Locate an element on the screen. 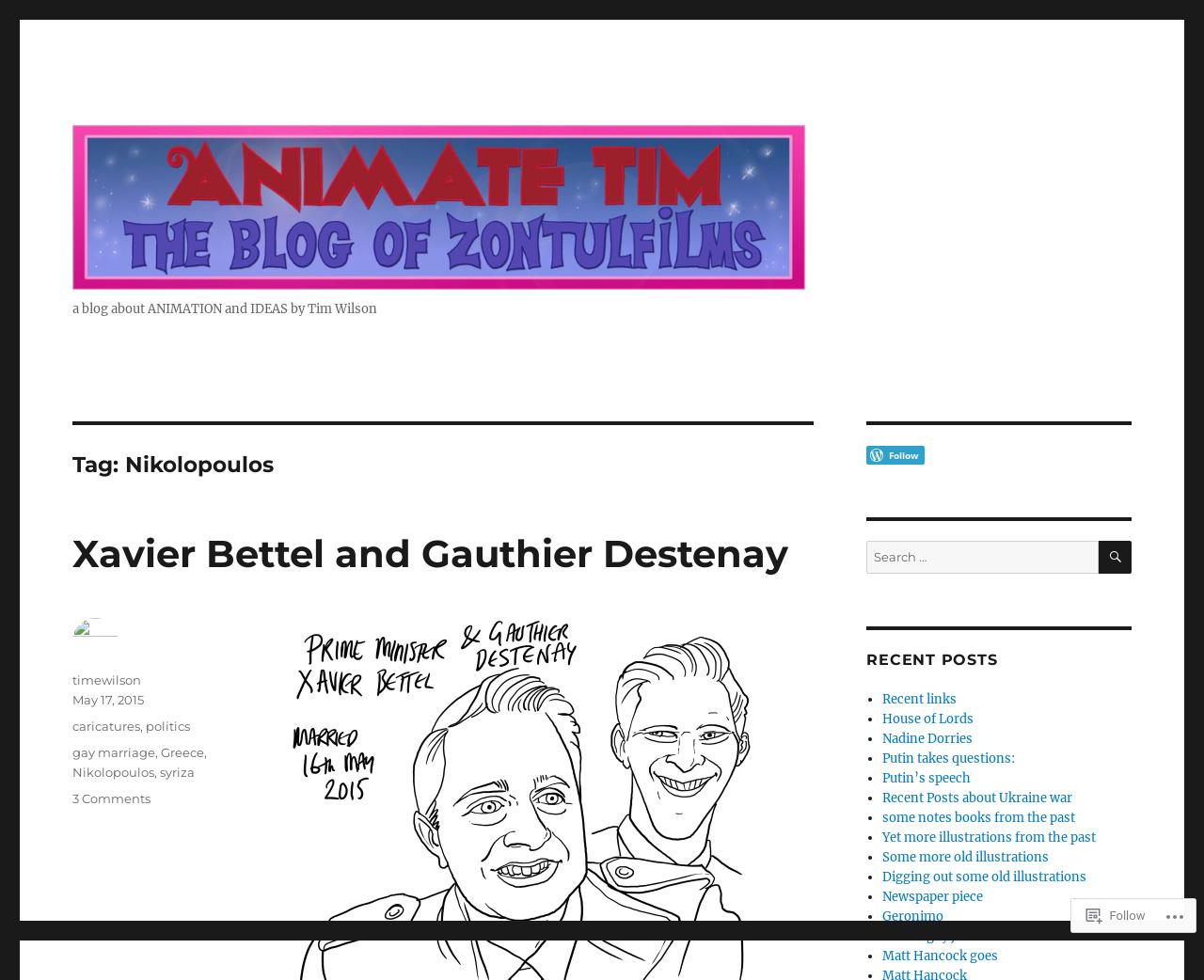  'Tag:' is located at coordinates (97, 463).